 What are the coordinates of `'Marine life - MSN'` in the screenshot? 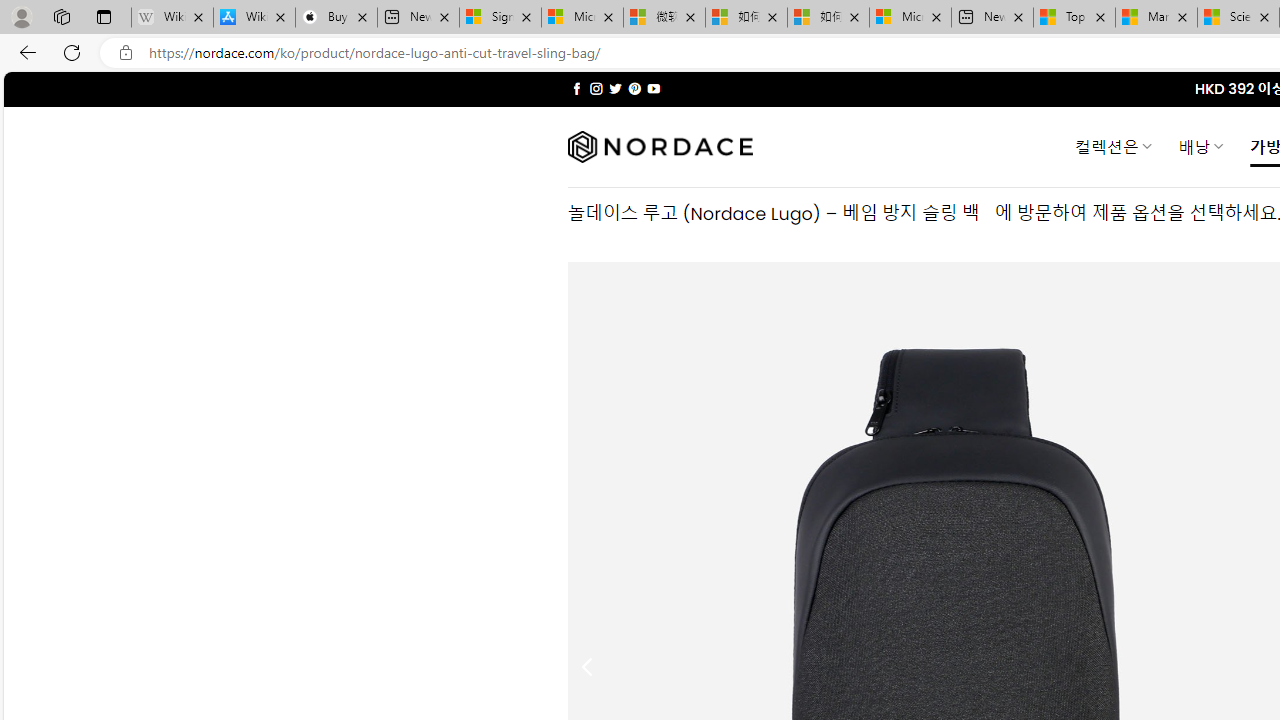 It's located at (1156, 17).